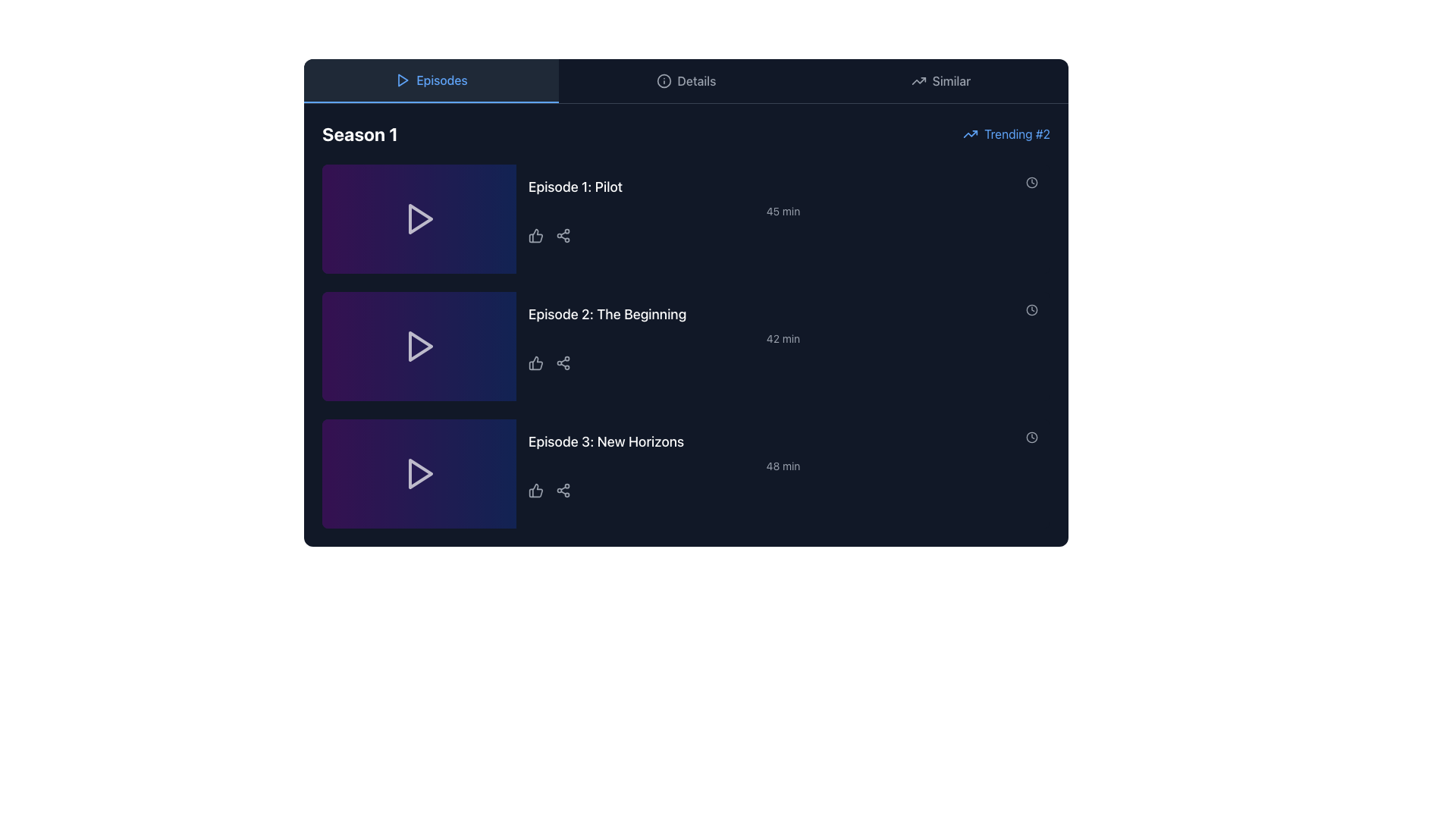  What do you see at coordinates (419, 219) in the screenshot?
I see `the 'Episode 1: Pilot' play button, which is a rectangular button with a gradient background and a triangular play icon at its center` at bounding box center [419, 219].